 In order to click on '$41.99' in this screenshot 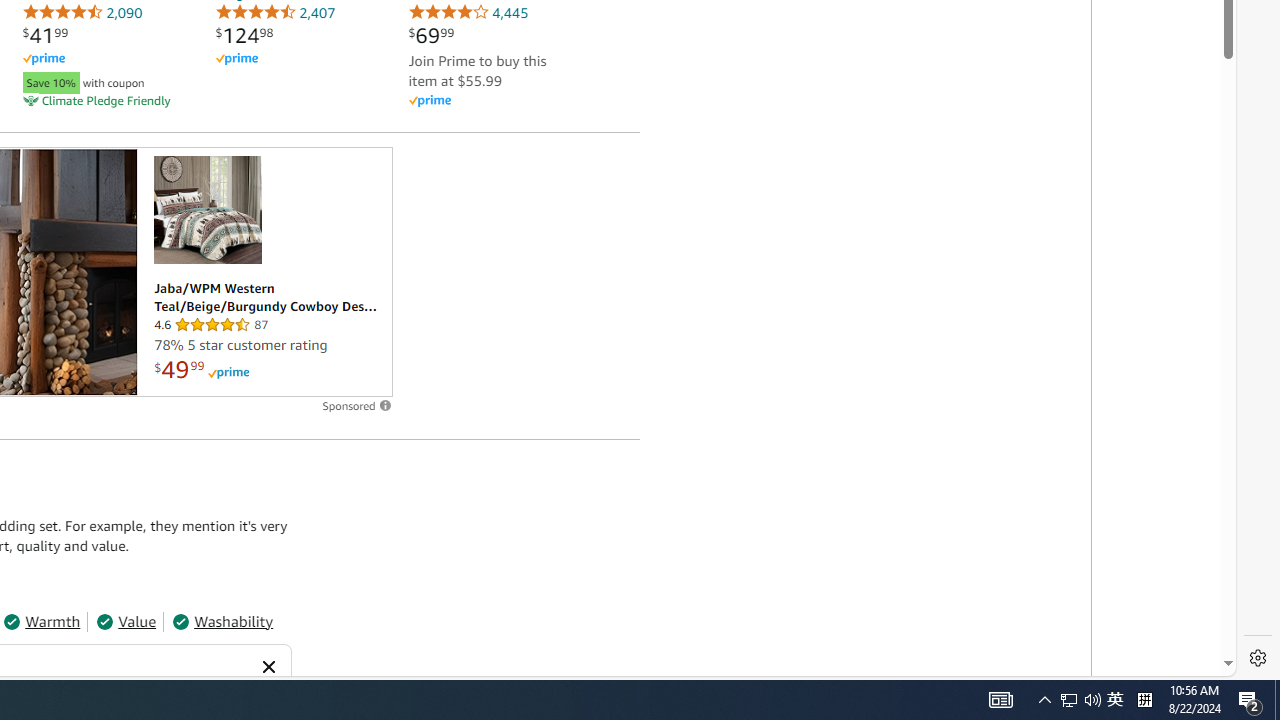, I will do `click(45, 35)`.